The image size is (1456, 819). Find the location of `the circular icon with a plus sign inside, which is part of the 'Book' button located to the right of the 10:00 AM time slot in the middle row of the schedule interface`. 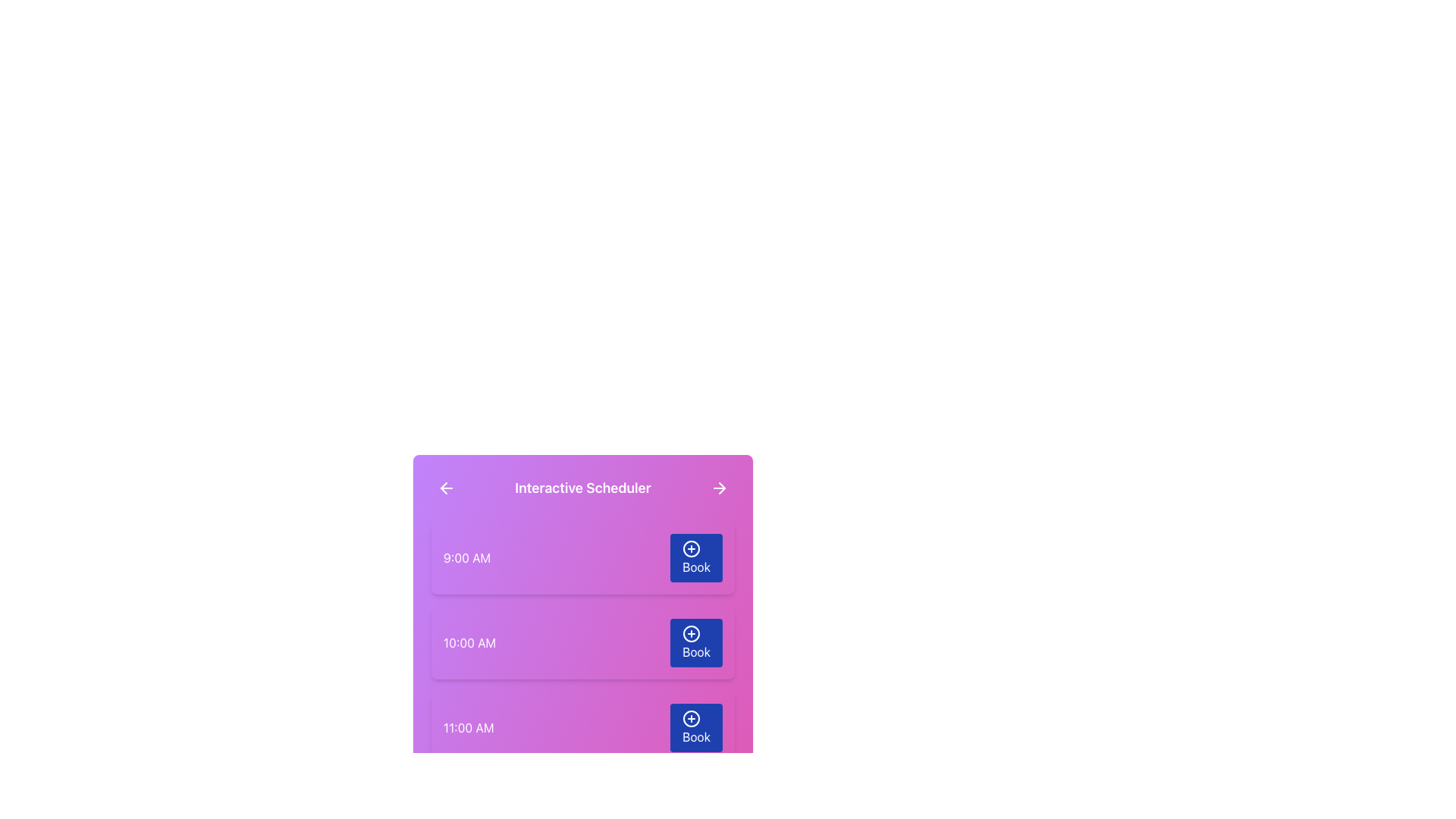

the circular icon with a plus sign inside, which is part of the 'Book' button located to the right of the 10:00 AM time slot in the middle row of the schedule interface is located at coordinates (691, 634).